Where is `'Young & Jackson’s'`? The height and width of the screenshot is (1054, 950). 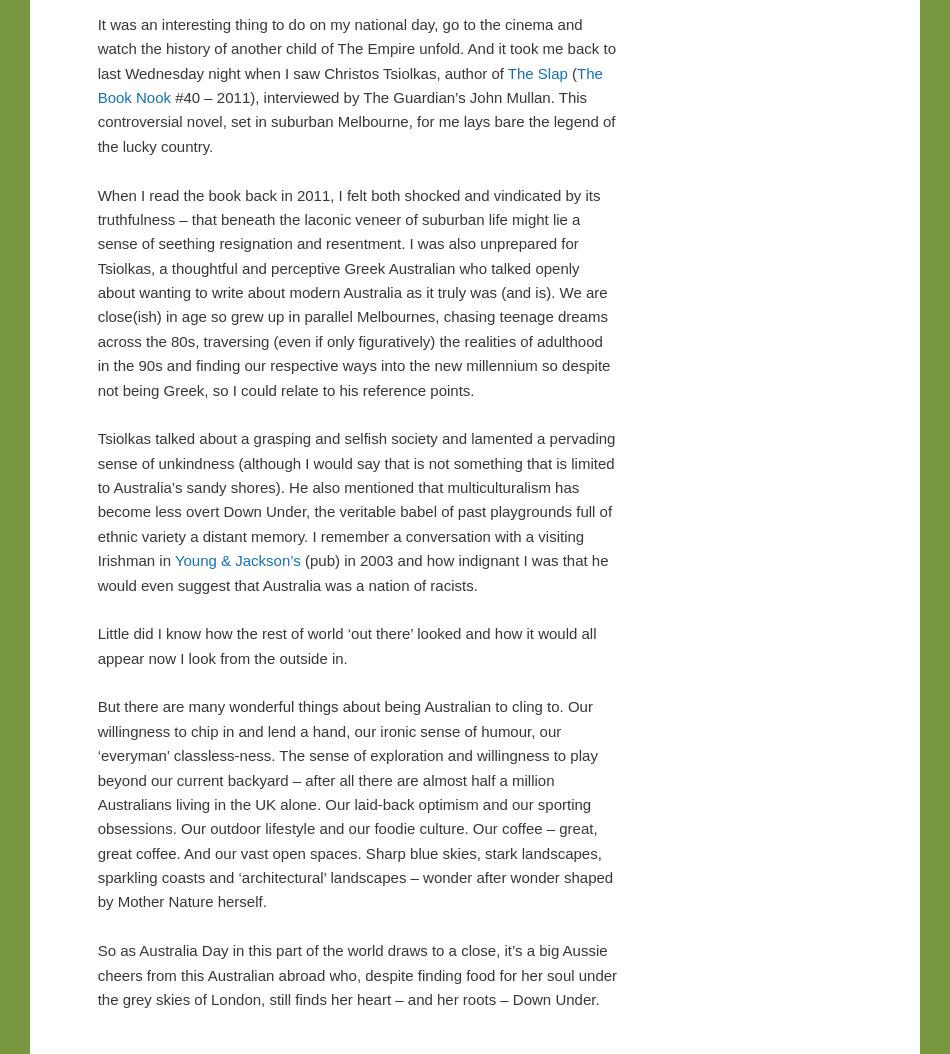 'Young & Jackson’s' is located at coordinates (237, 560).